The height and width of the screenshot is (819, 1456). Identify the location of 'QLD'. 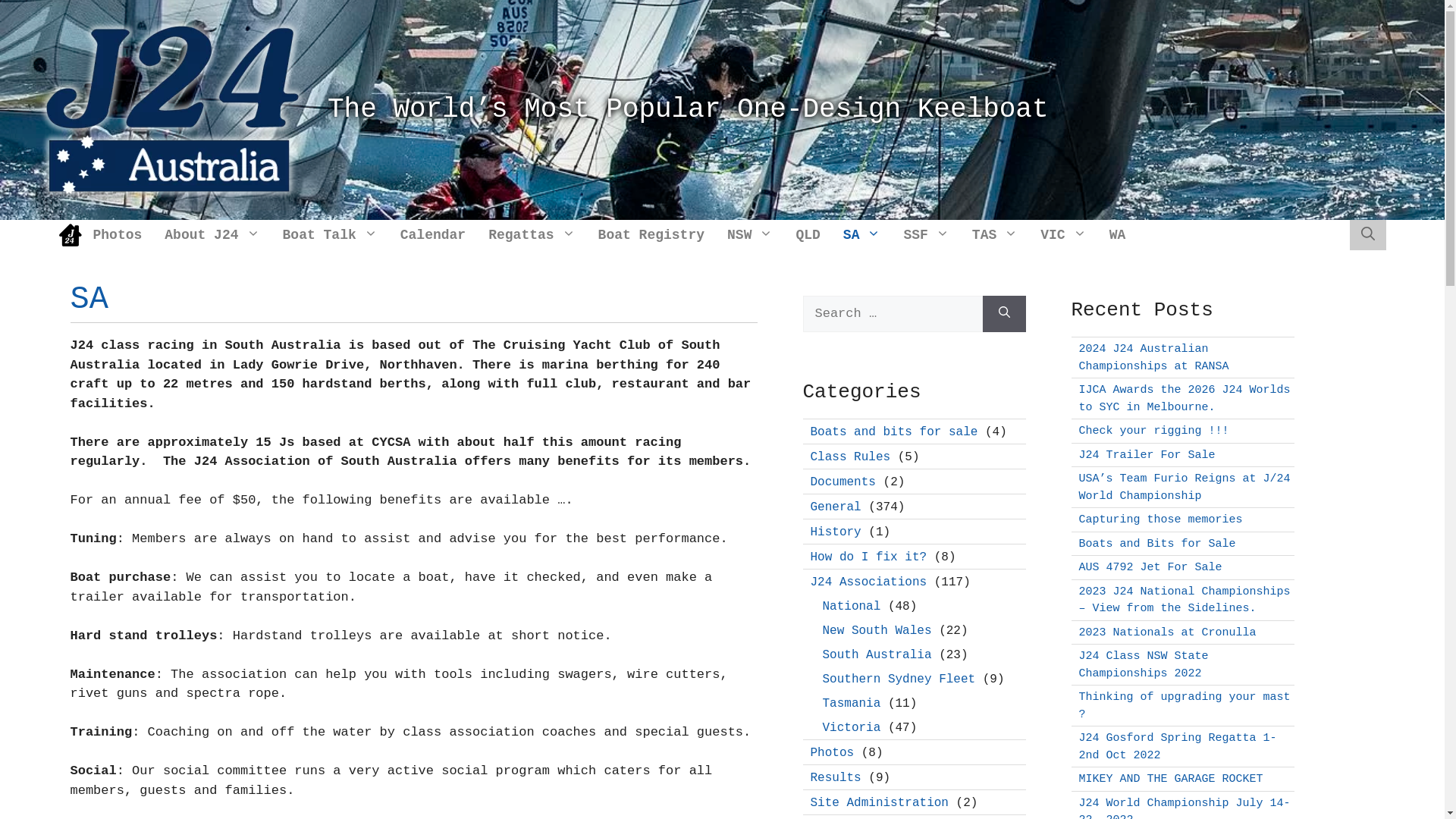
(807, 234).